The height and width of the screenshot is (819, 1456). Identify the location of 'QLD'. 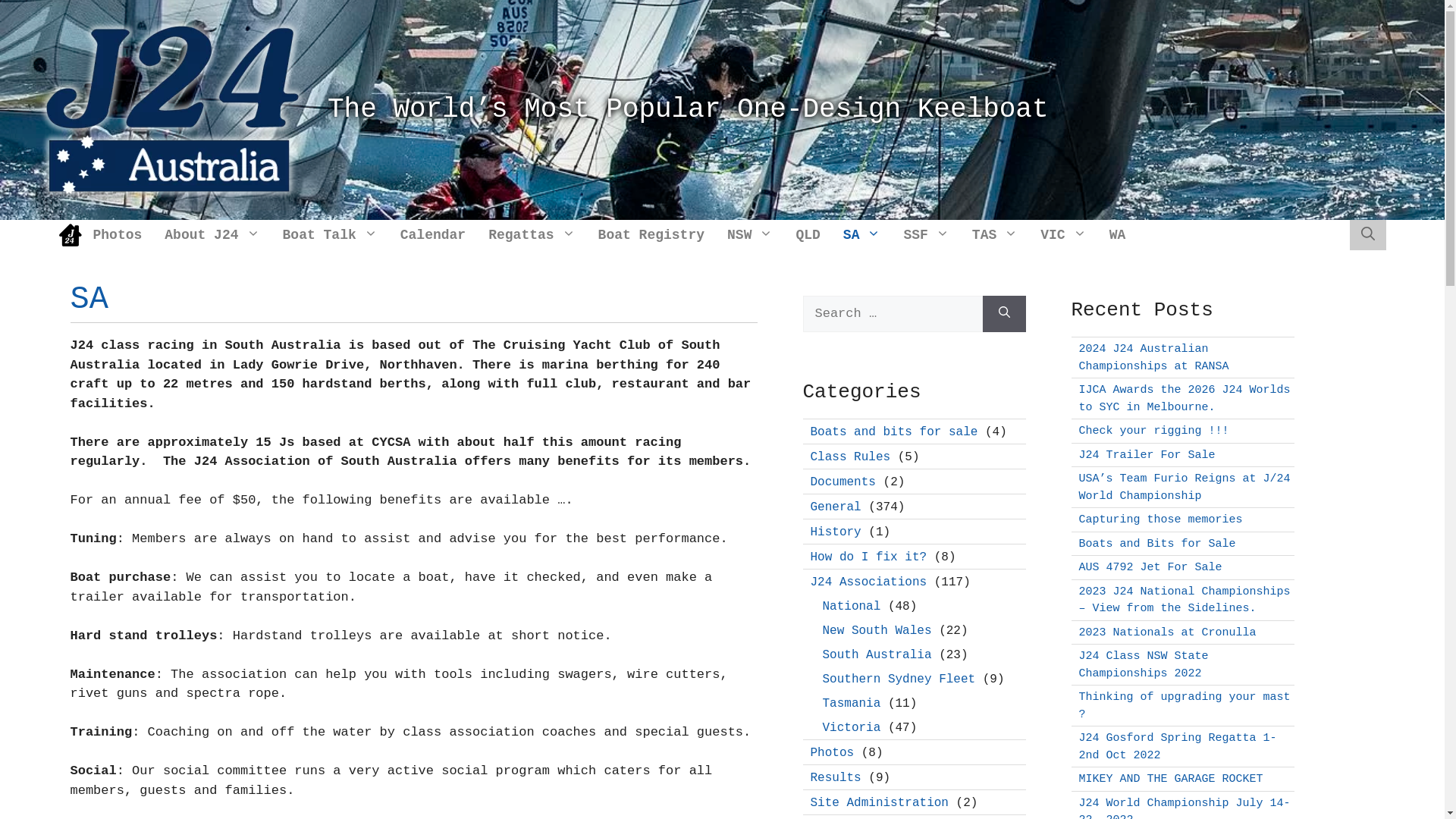
(807, 234).